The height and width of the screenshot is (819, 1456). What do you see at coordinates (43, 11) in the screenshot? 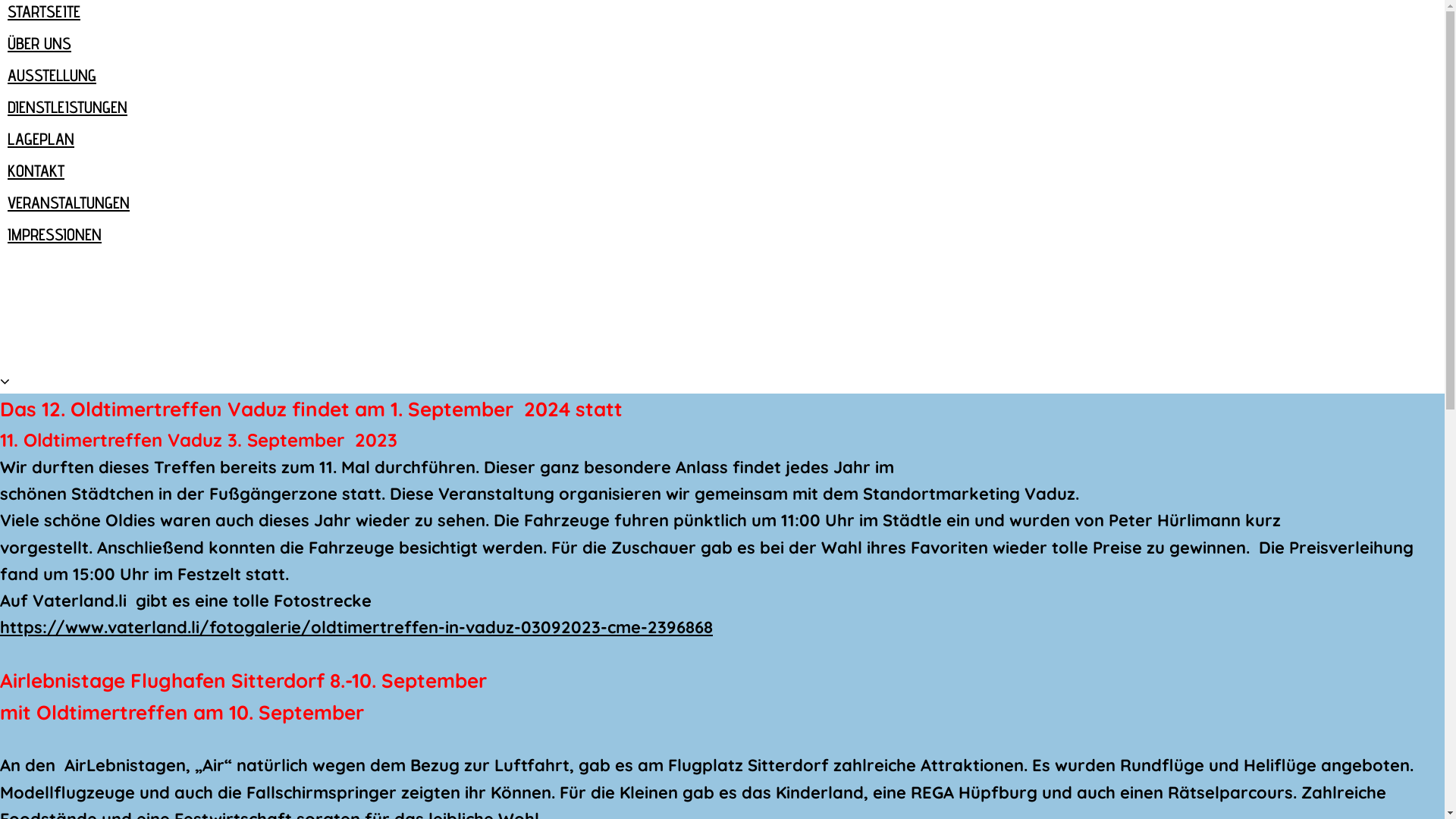
I see `'STARTSEITE'` at bounding box center [43, 11].